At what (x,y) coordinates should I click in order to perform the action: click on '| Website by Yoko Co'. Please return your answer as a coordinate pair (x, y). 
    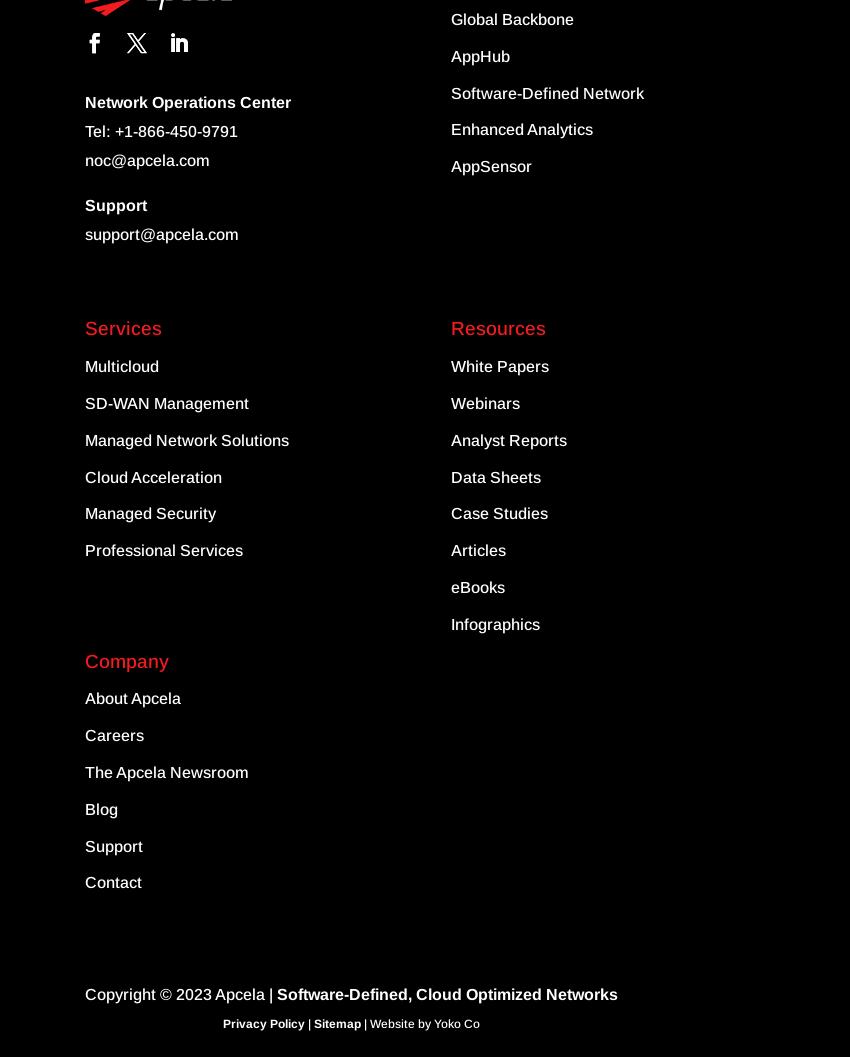
    Looking at the image, I should click on (420, 1023).